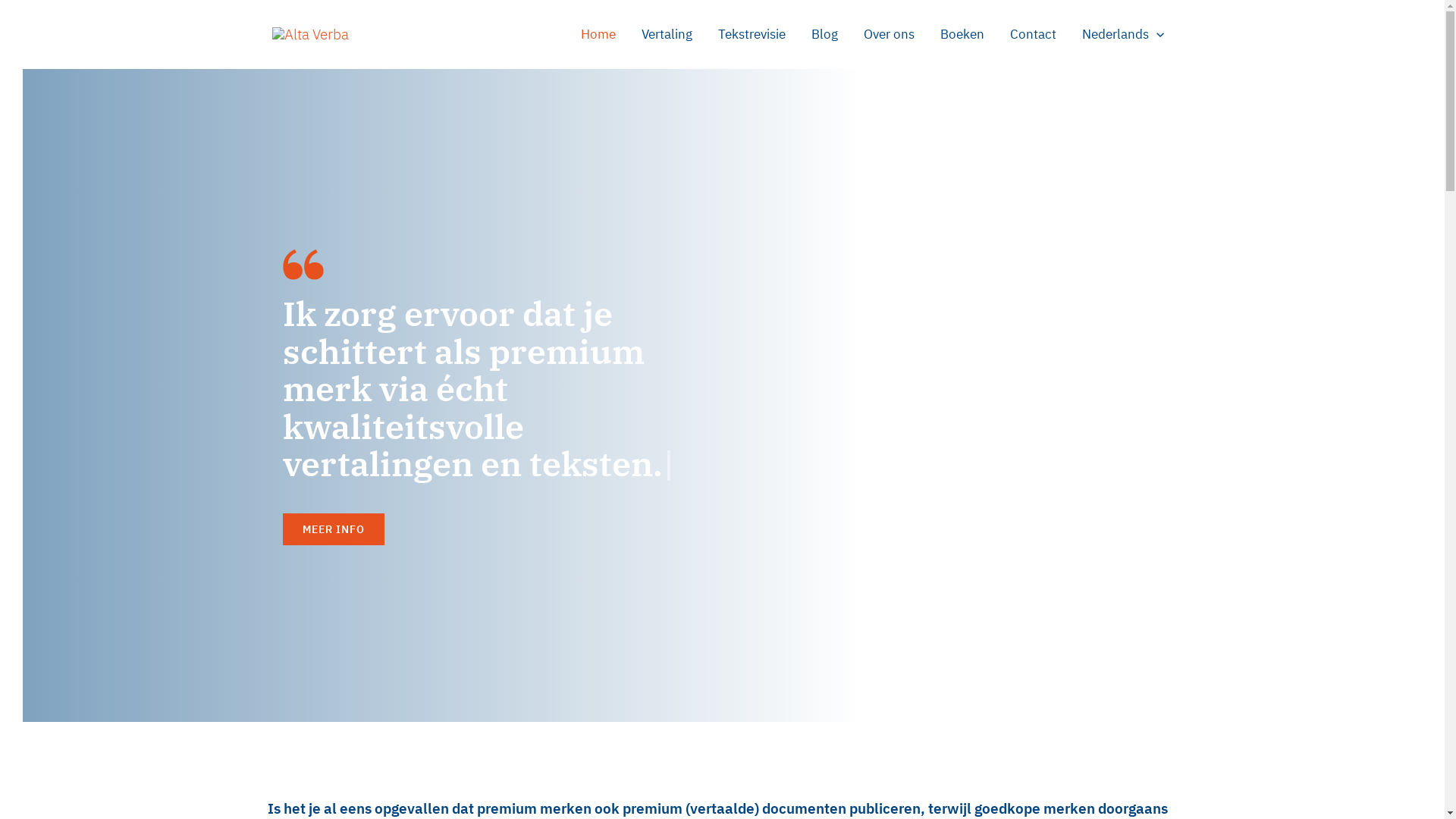 Image resolution: width=1456 pixels, height=819 pixels. I want to click on 'Over ons', so click(889, 34).